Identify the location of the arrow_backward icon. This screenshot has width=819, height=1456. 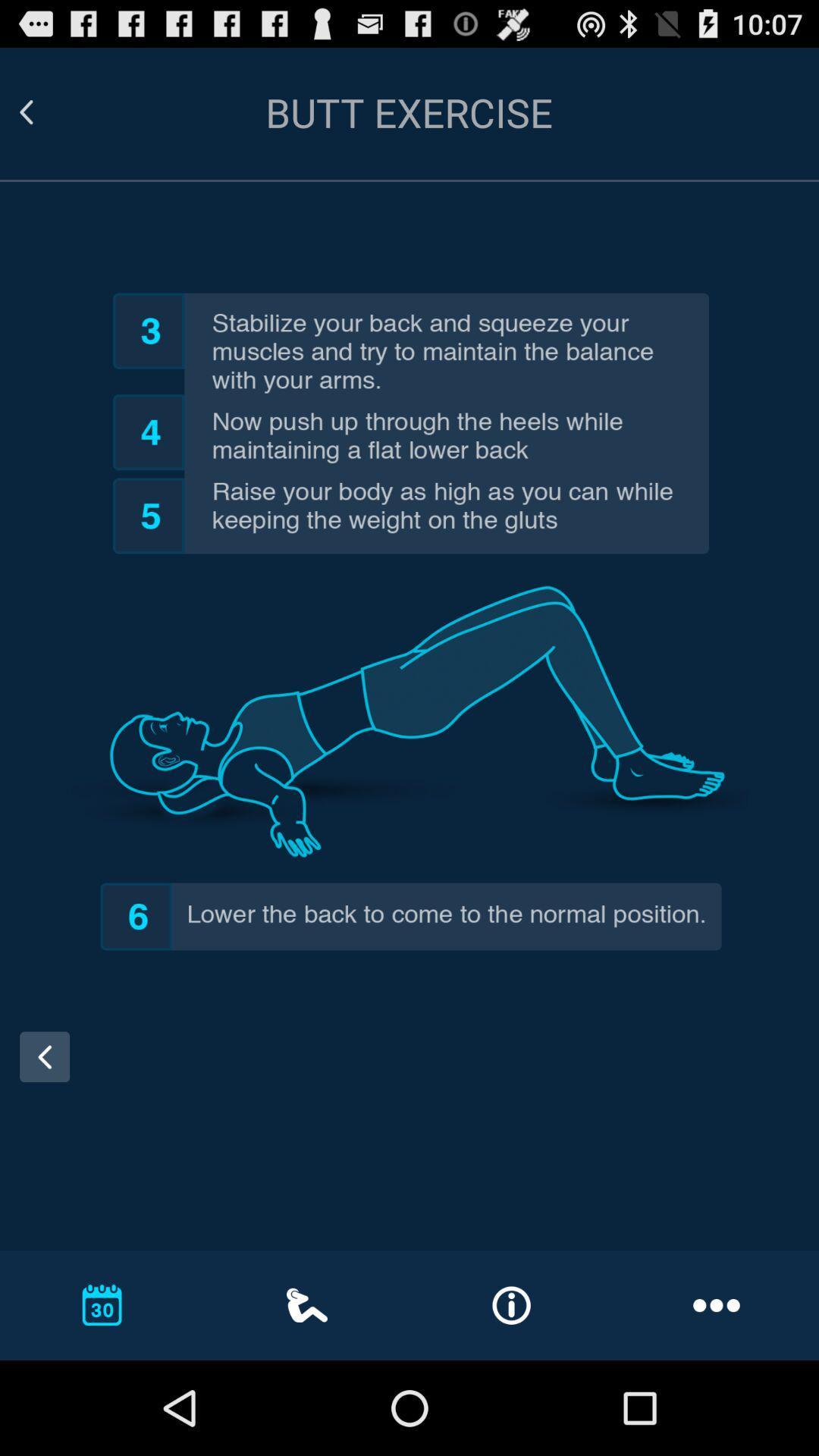
(44, 119).